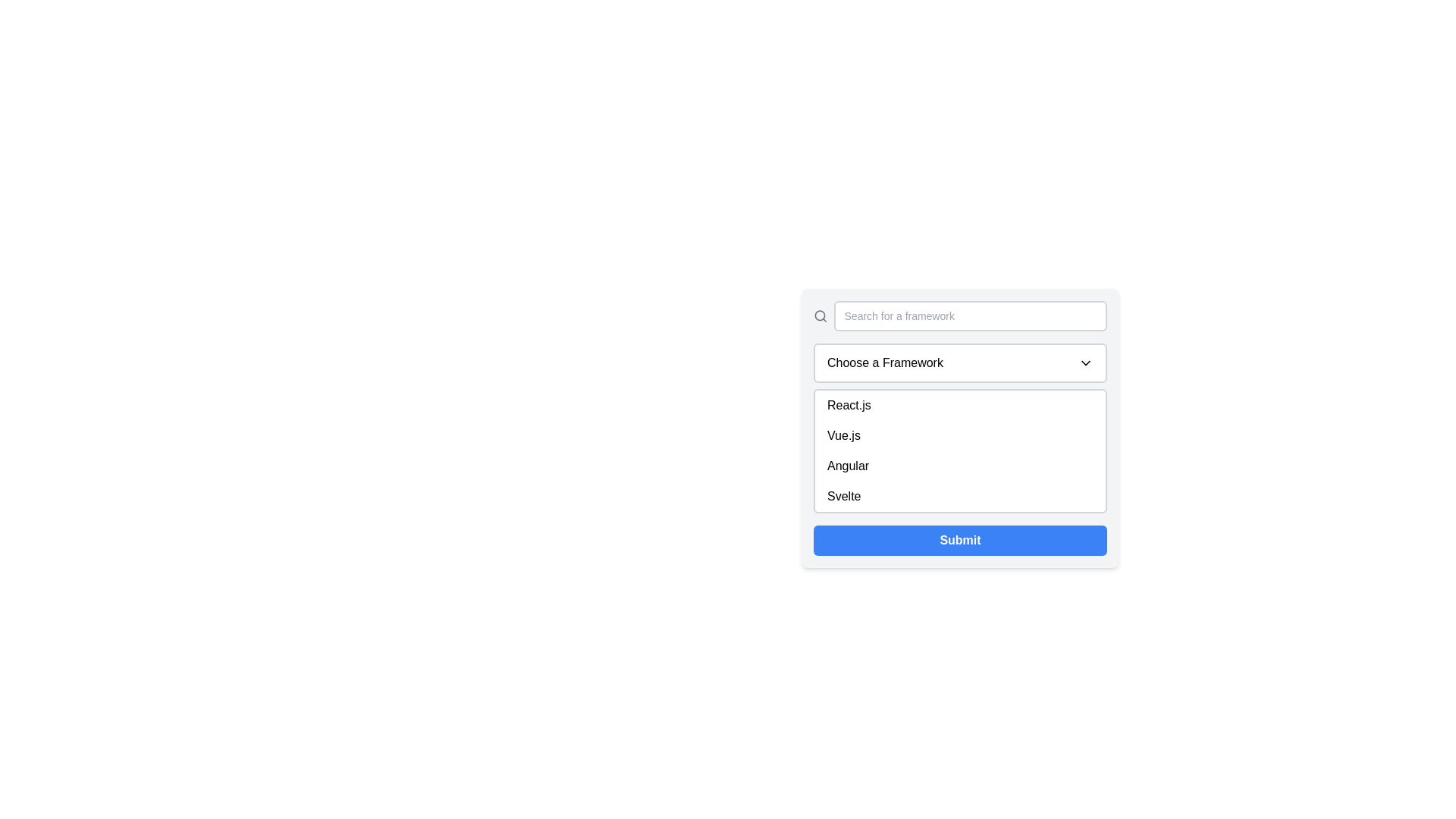 This screenshot has height=819, width=1456. I want to click on the third item in the dropdown menu under 'Choose a Framework', so click(847, 465).